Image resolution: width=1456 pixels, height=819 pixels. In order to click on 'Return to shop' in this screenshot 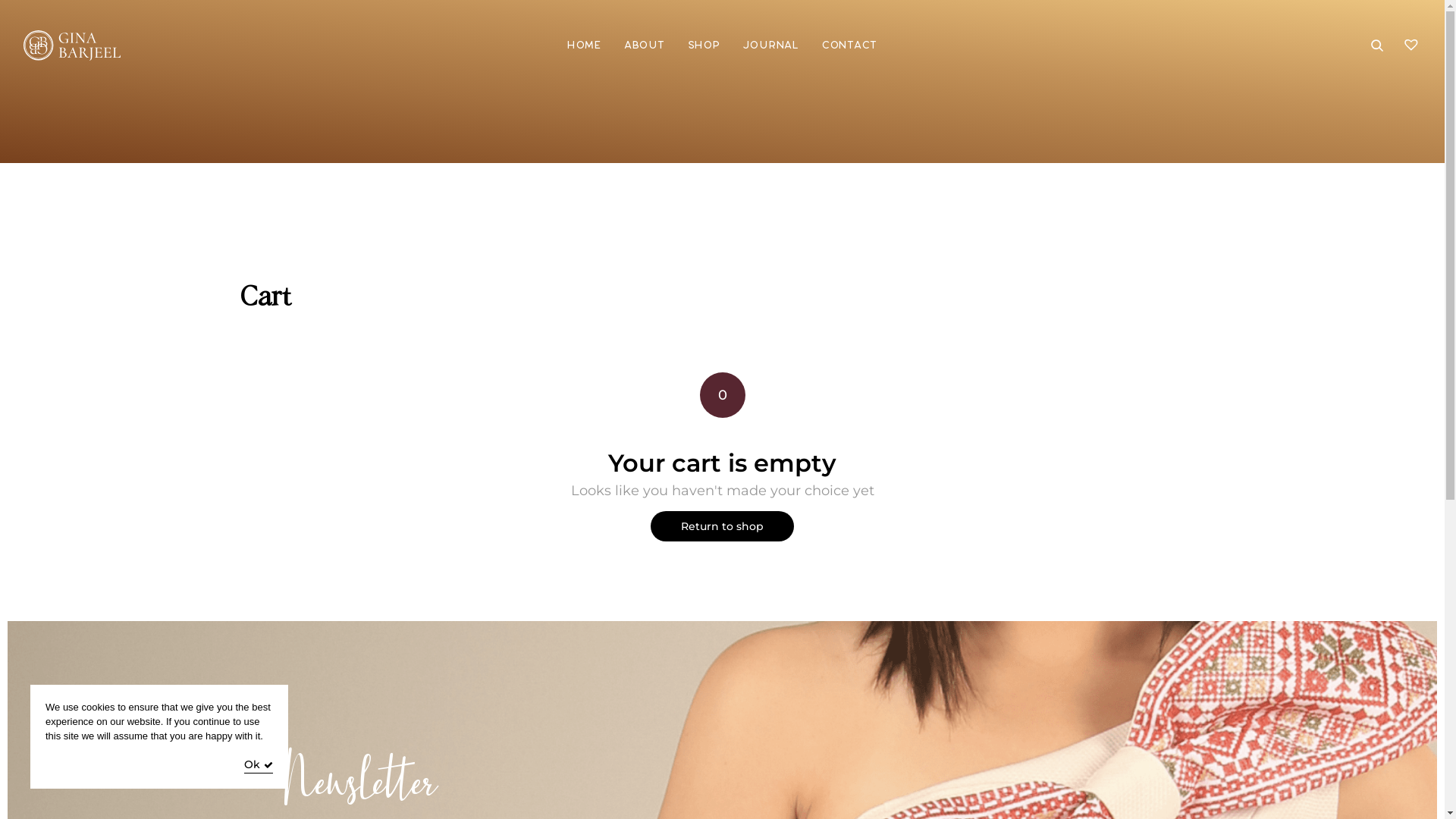, I will do `click(721, 526)`.